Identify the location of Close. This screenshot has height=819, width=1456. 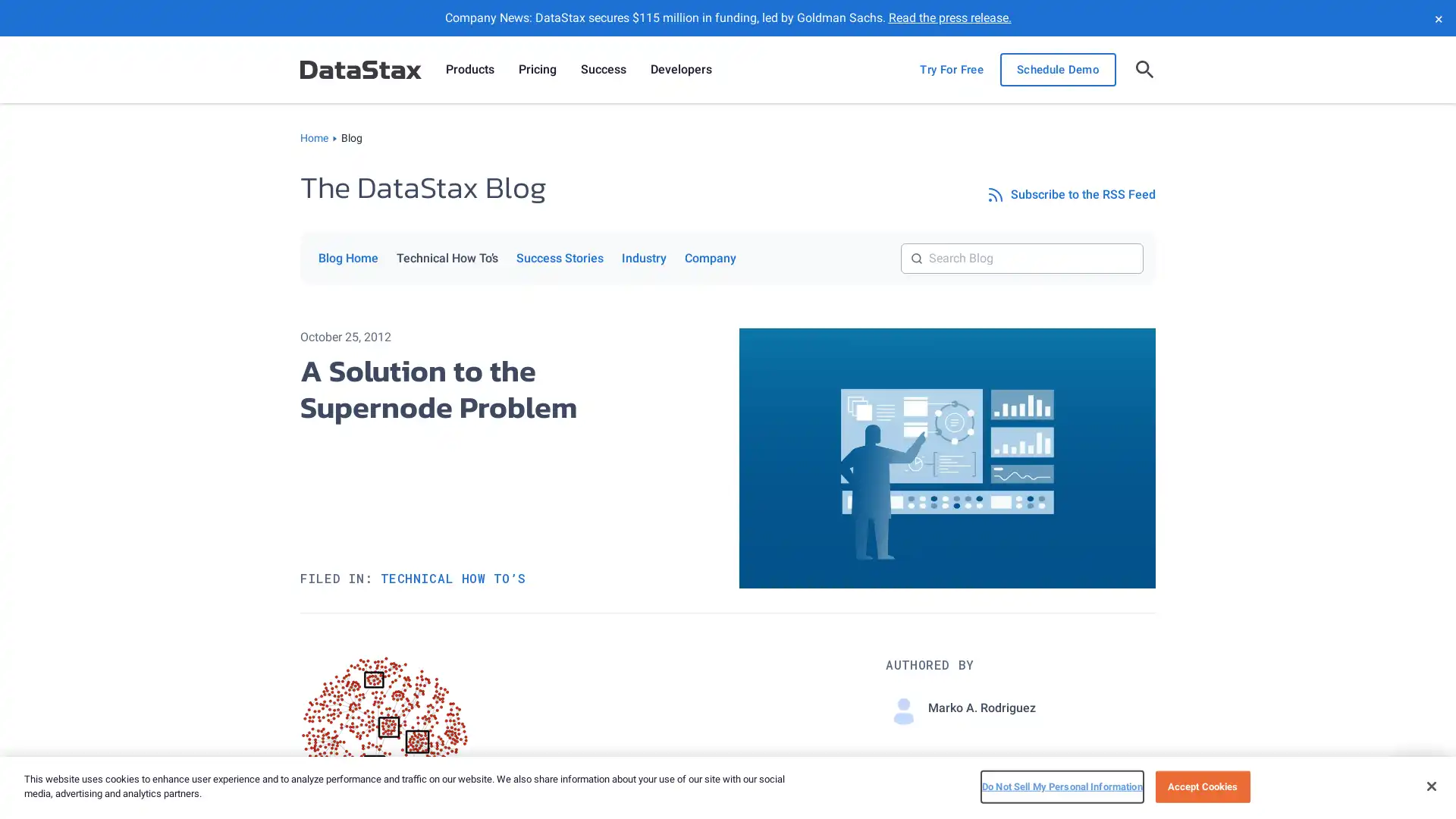
(1430, 785).